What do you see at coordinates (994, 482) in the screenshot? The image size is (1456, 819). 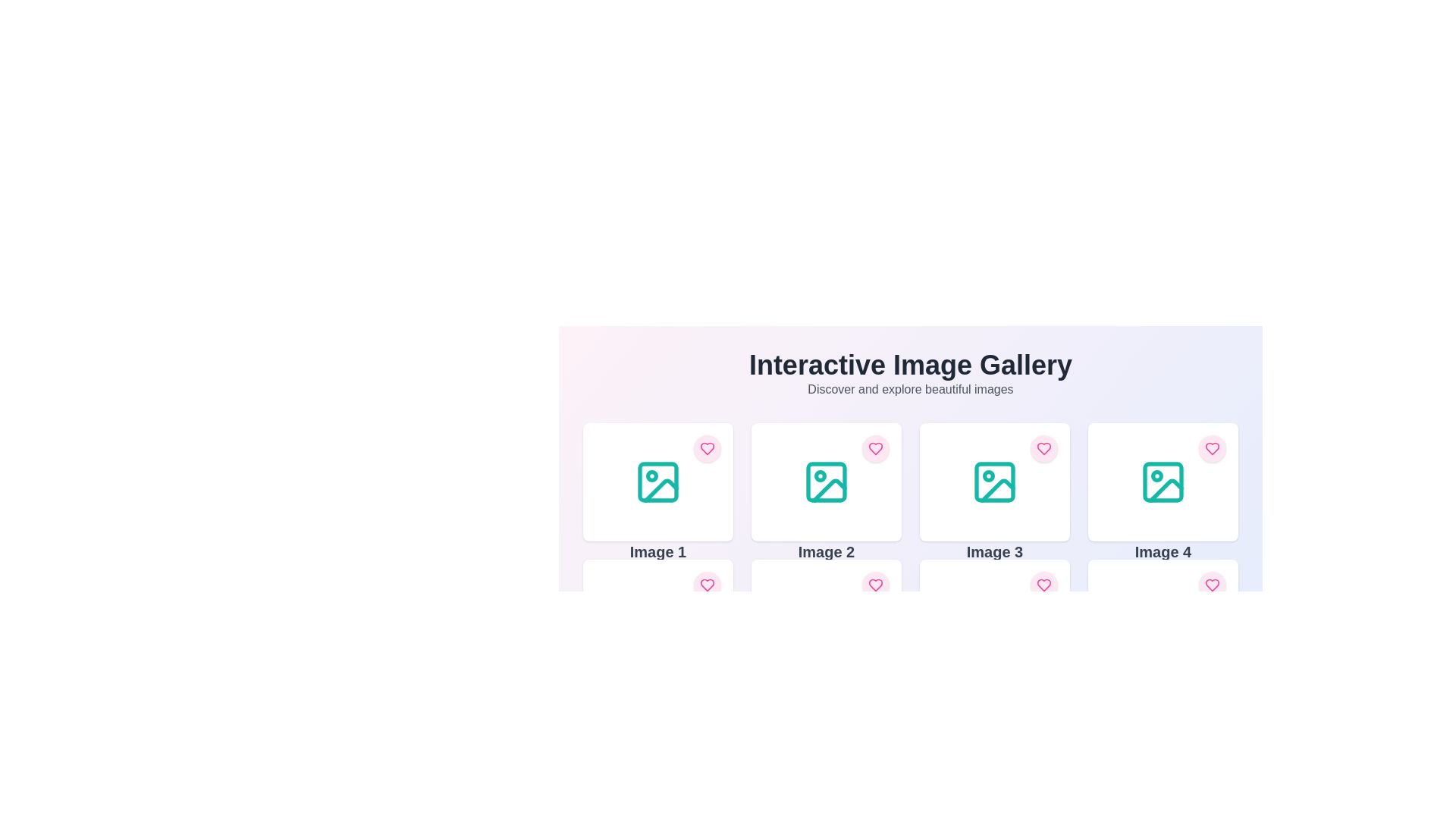 I see `the third card in the top row of the image gallery` at bounding box center [994, 482].